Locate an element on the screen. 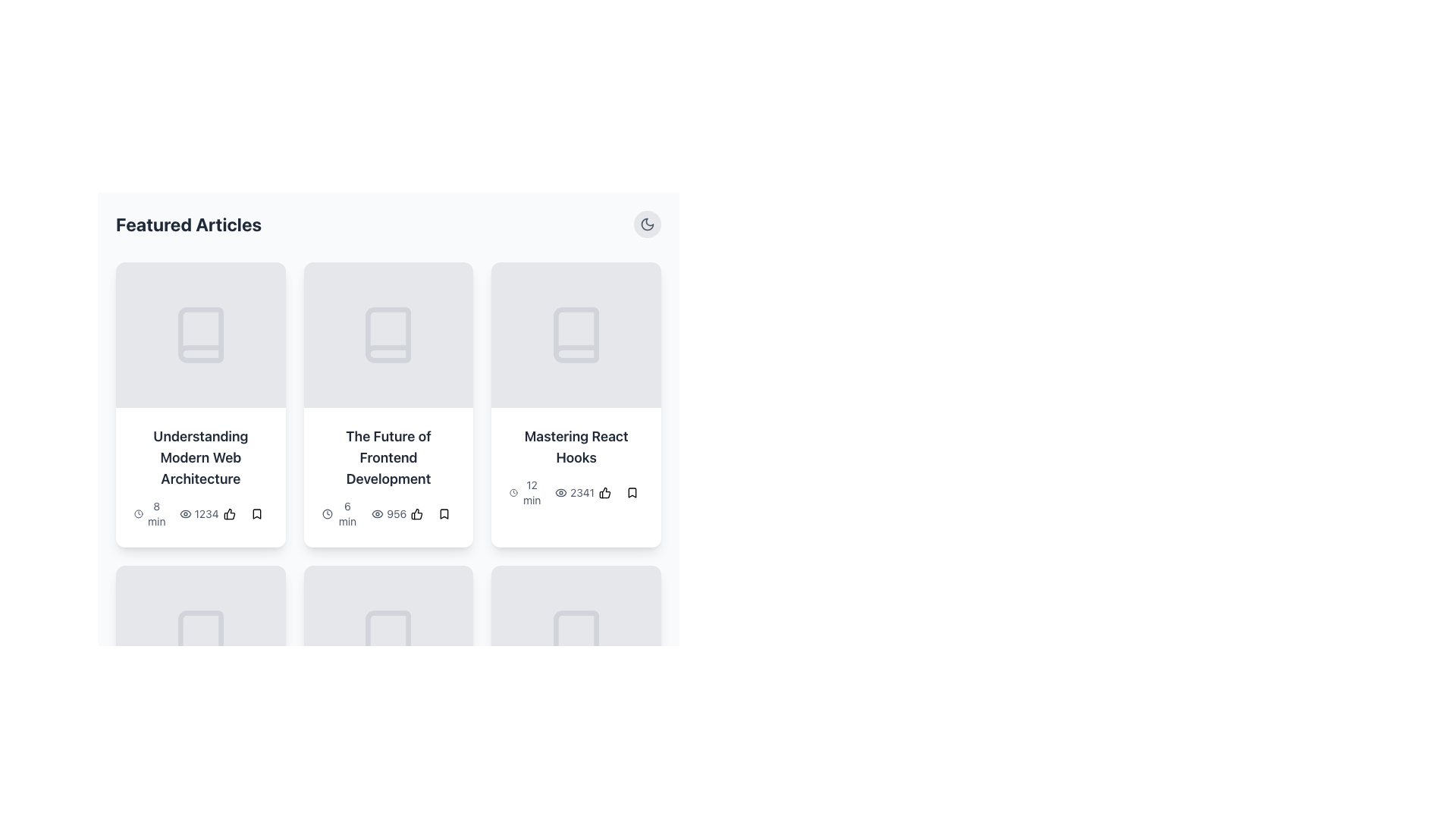 The width and height of the screenshot is (1456, 819). the bookmark icon located in the bottom-right corner of the 'Understanding Modern Web Architecture' article card is located at coordinates (256, 513).